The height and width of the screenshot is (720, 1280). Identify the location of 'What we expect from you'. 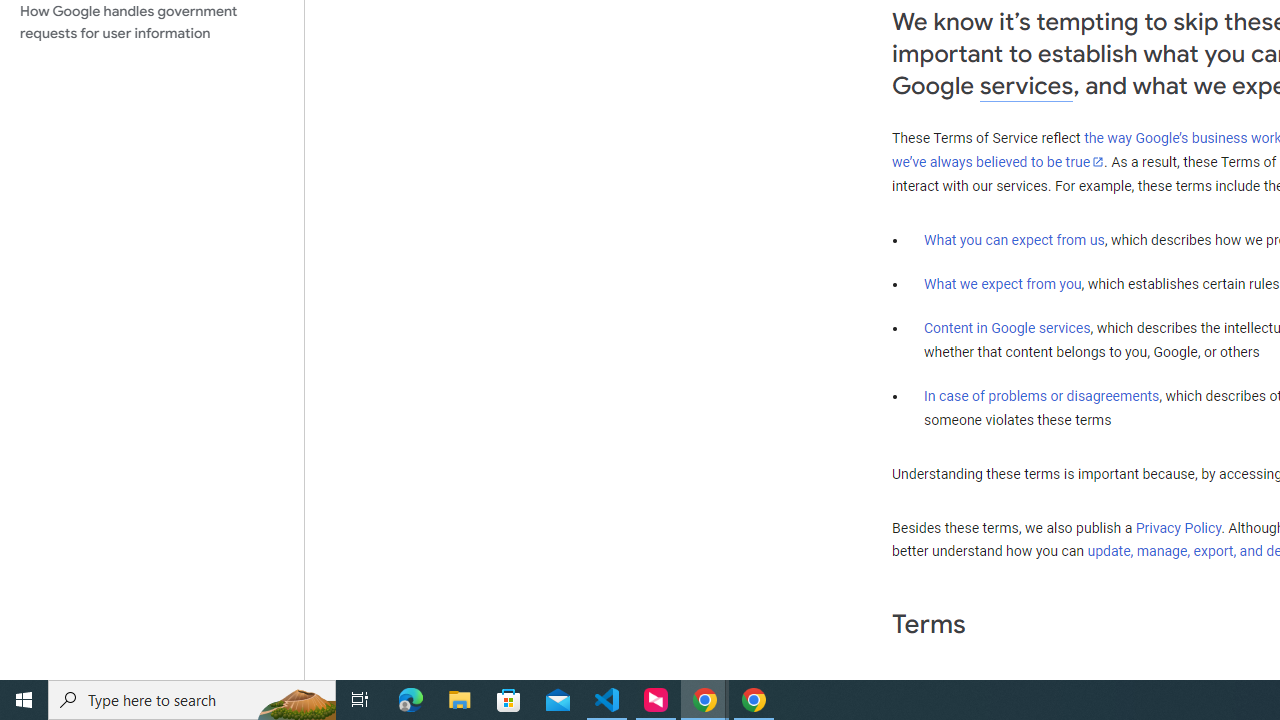
(1002, 284).